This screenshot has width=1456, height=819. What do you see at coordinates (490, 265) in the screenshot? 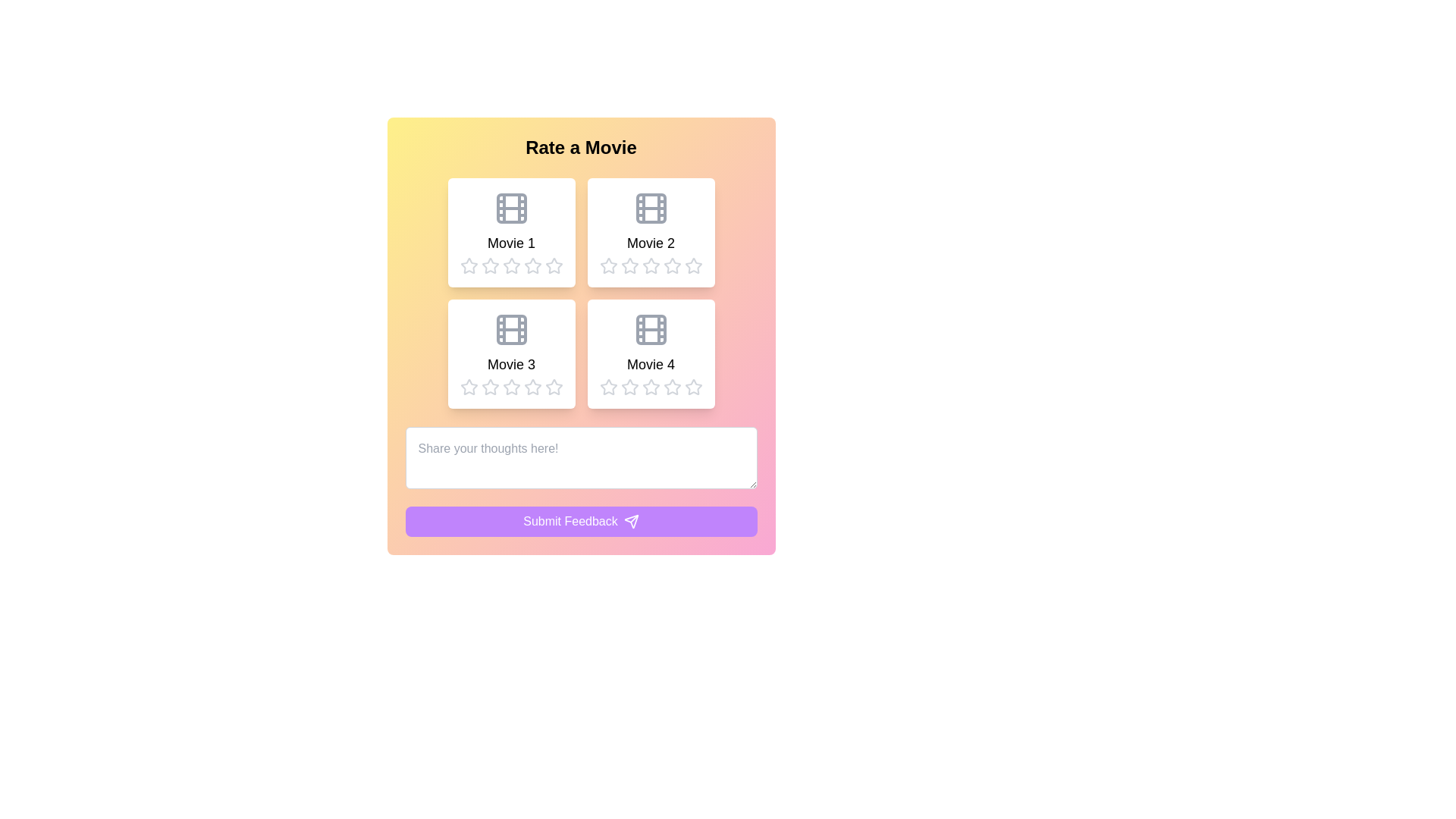
I see `the second interactive rating star icon under 'Movie 1' for keyboard interaction` at bounding box center [490, 265].